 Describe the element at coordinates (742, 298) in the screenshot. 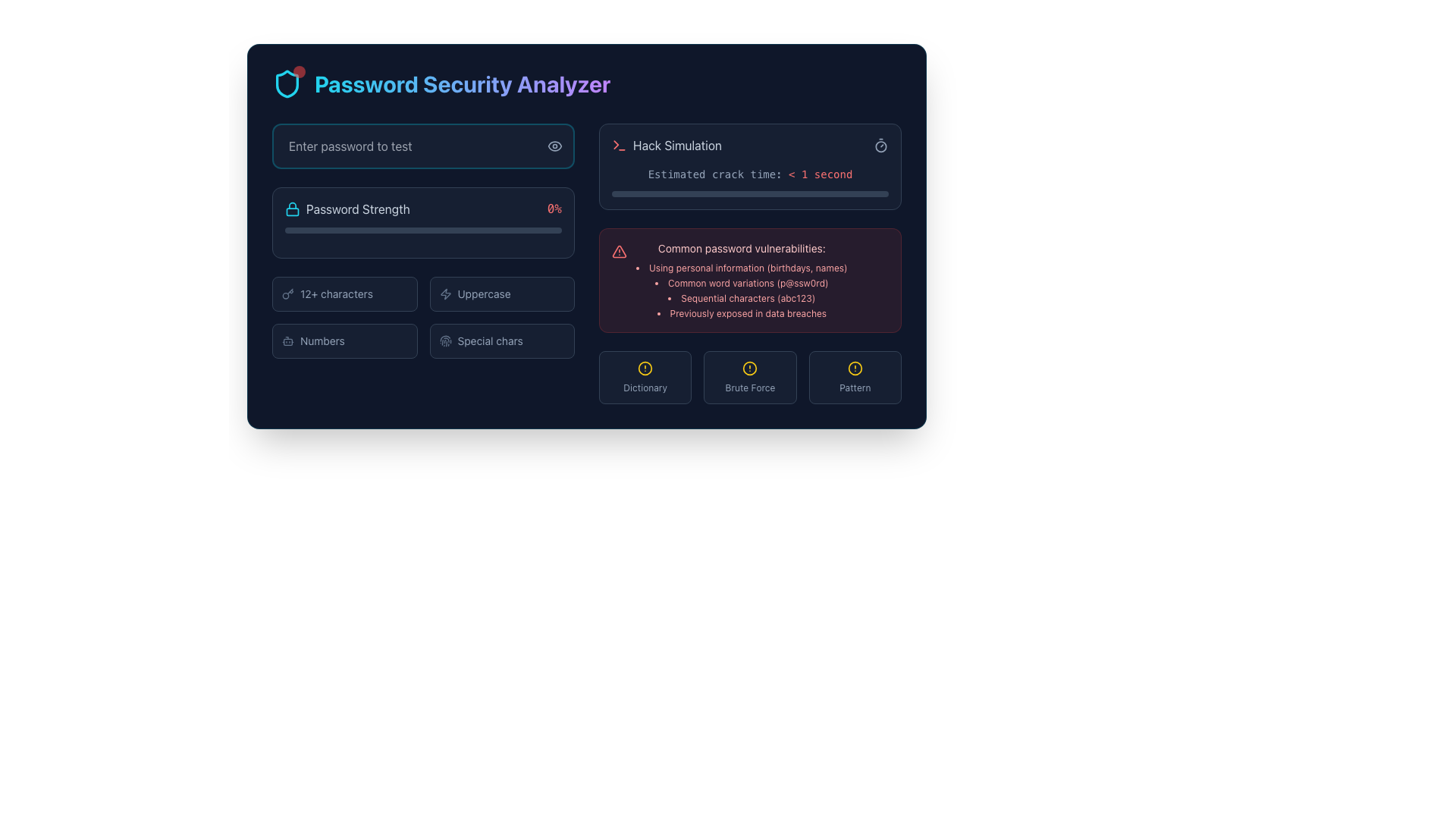

I see `text item labeled 'Sequential characters (abc123)' in the bulleted list of common password vulnerabilities, located in the right-center area of the interface` at that location.